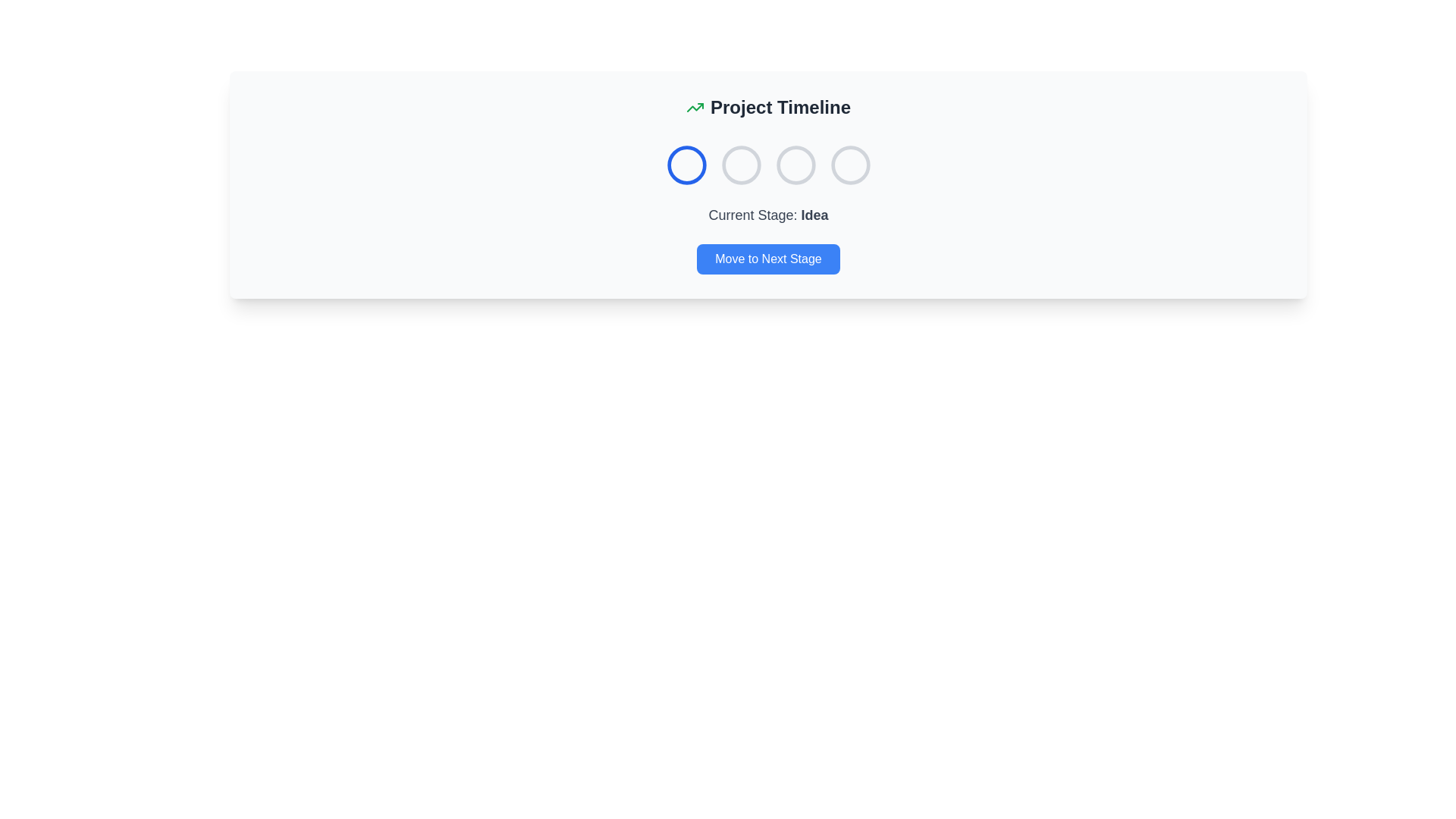 This screenshot has height=819, width=1456. I want to click on the informative label that indicates the current stage as 'Idea', located centrally under the progress stage icons and above the 'Move to Next Stage' button, so click(768, 215).